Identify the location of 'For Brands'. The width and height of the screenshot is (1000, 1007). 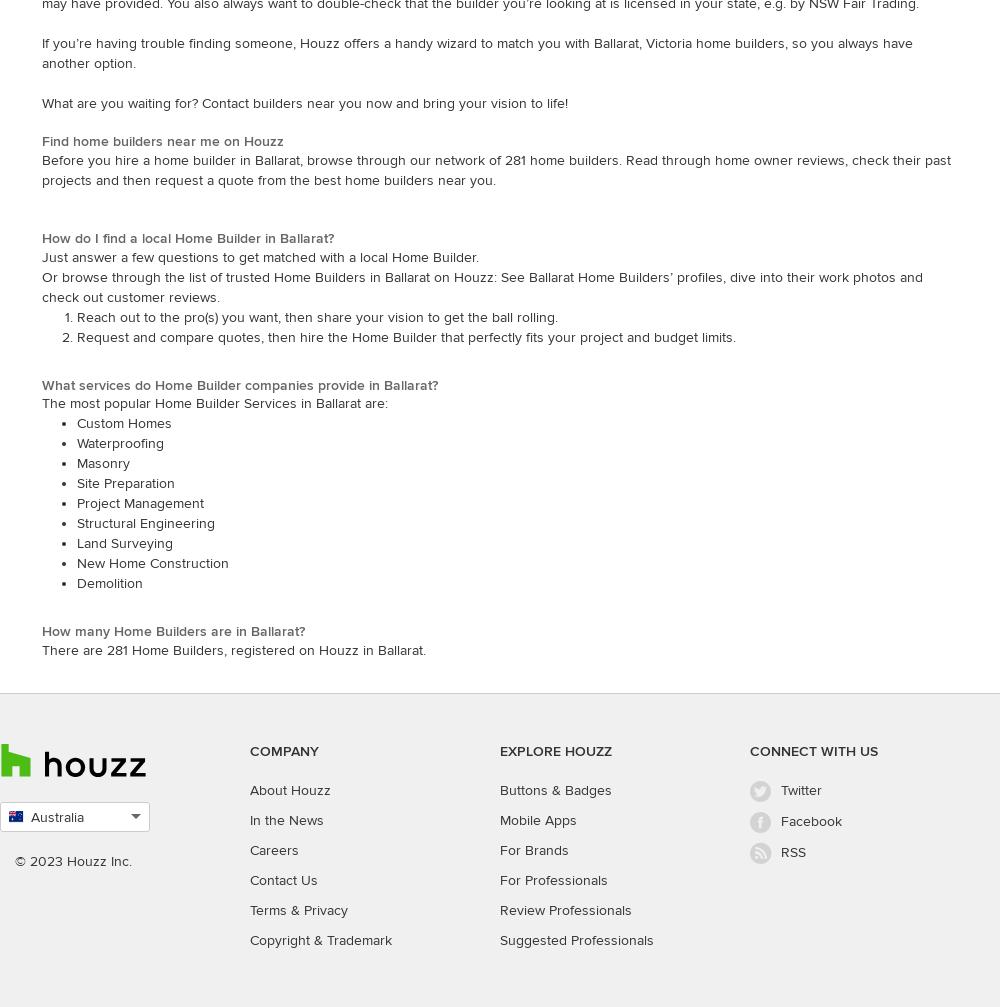
(500, 848).